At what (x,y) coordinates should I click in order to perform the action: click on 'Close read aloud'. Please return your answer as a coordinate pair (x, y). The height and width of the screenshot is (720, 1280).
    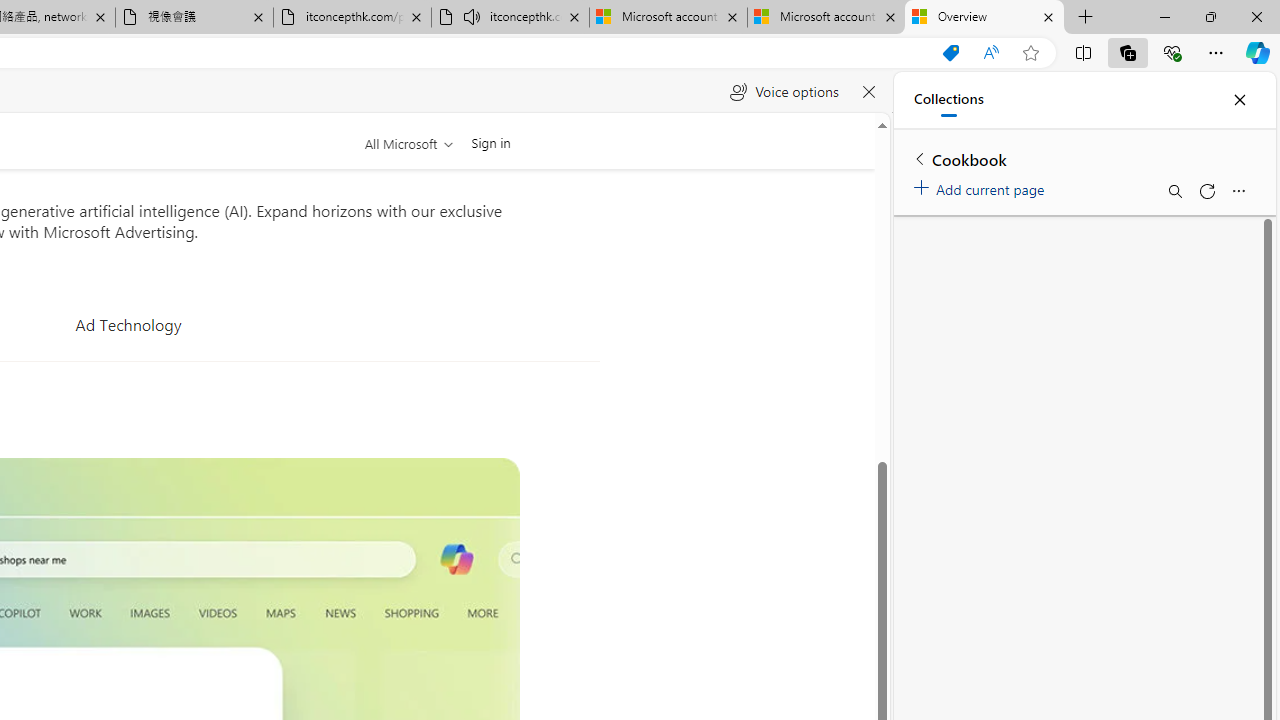
    Looking at the image, I should click on (868, 92).